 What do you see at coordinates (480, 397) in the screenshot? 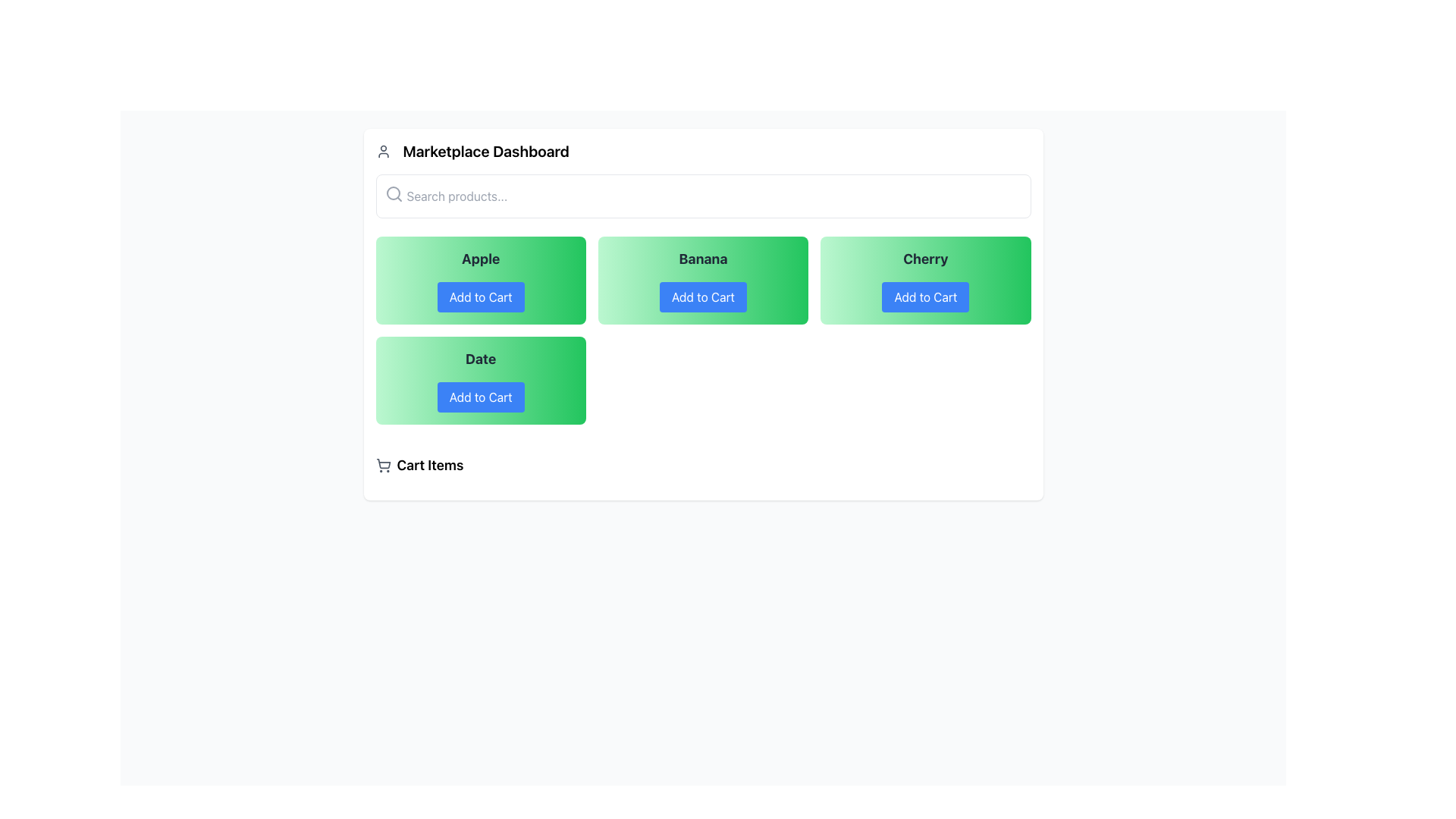
I see `the 'Add to Cart' blue button located within the green gradient block labeled 'Date' using keyboard navigation` at bounding box center [480, 397].